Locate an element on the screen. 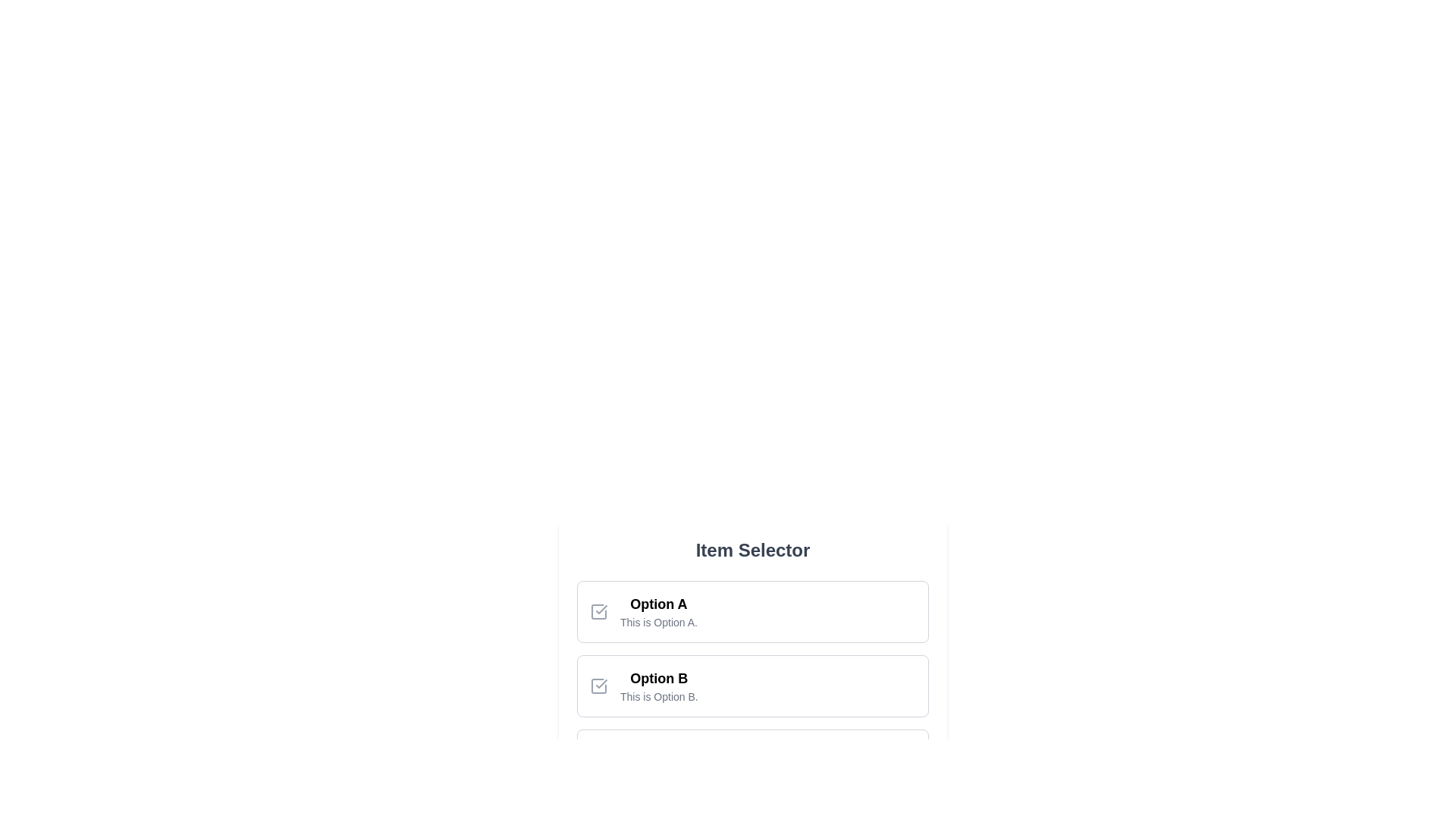 This screenshot has width=1456, height=819. the descriptive subtitle text element that provides details about 'Option B', located directly underneath the heading 'Option B' is located at coordinates (659, 696).